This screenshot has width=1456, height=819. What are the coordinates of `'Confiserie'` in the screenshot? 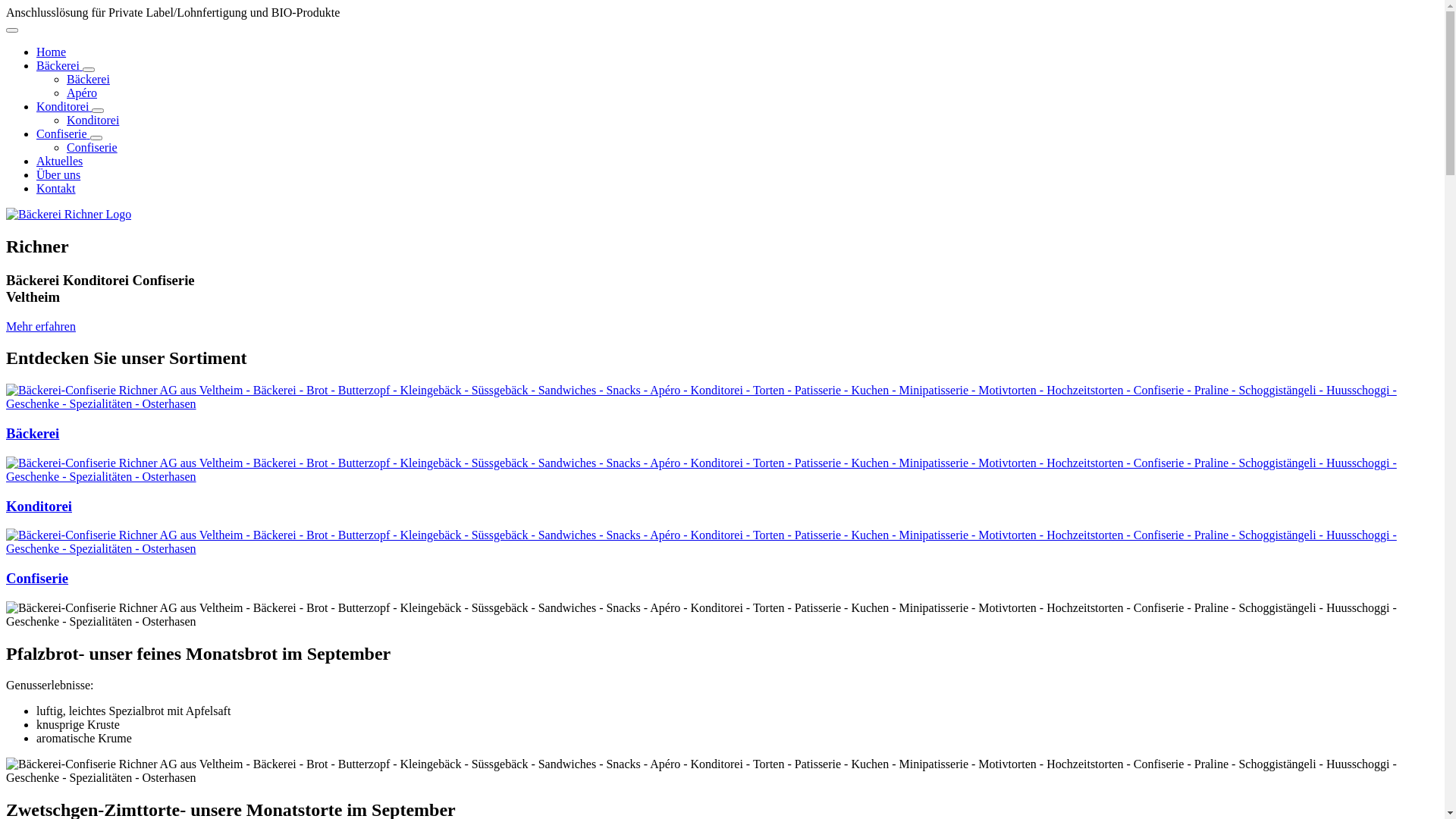 It's located at (36, 578).